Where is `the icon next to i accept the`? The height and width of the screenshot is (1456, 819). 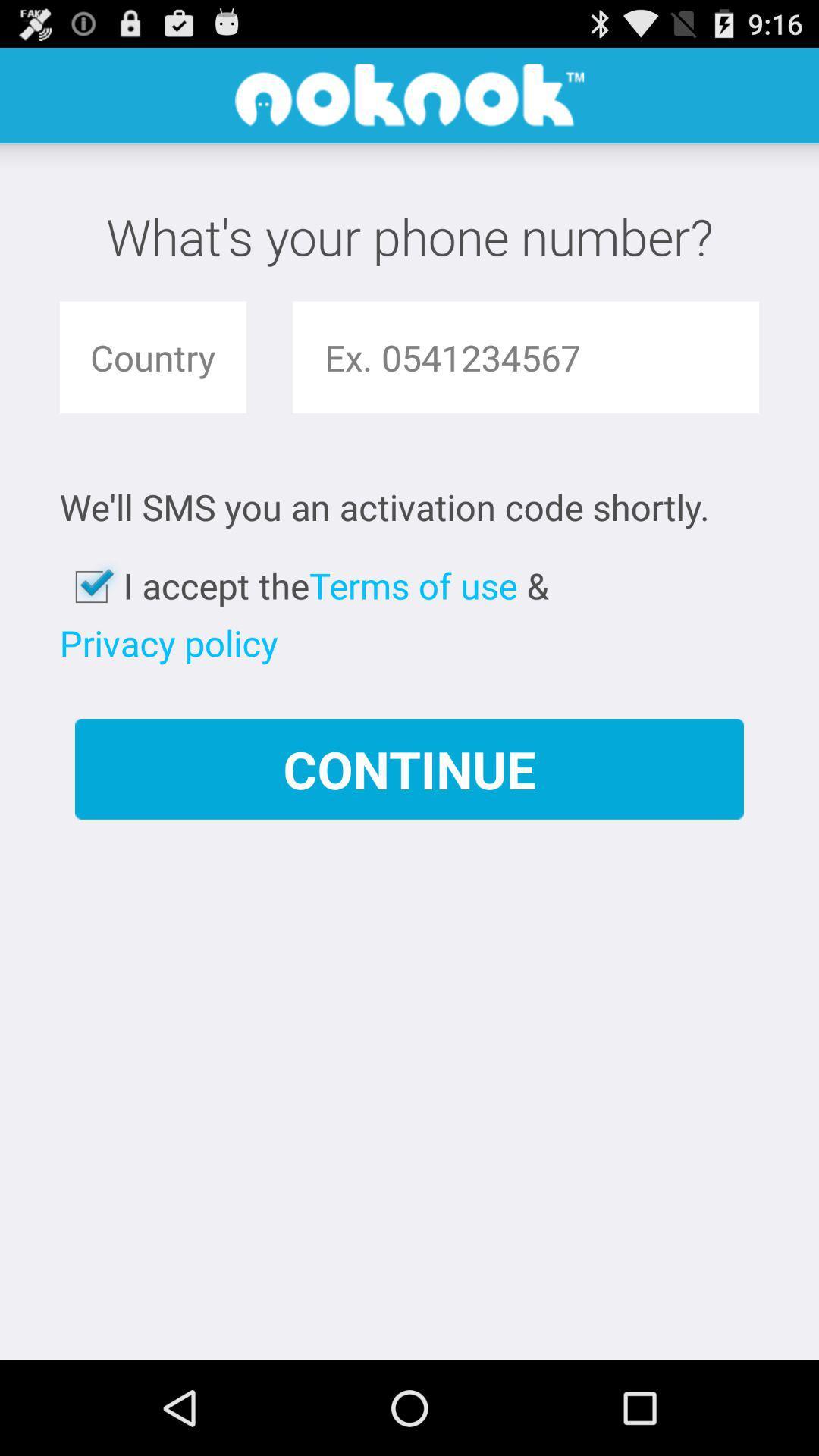 the icon next to i accept the is located at coordinates (91, 585).